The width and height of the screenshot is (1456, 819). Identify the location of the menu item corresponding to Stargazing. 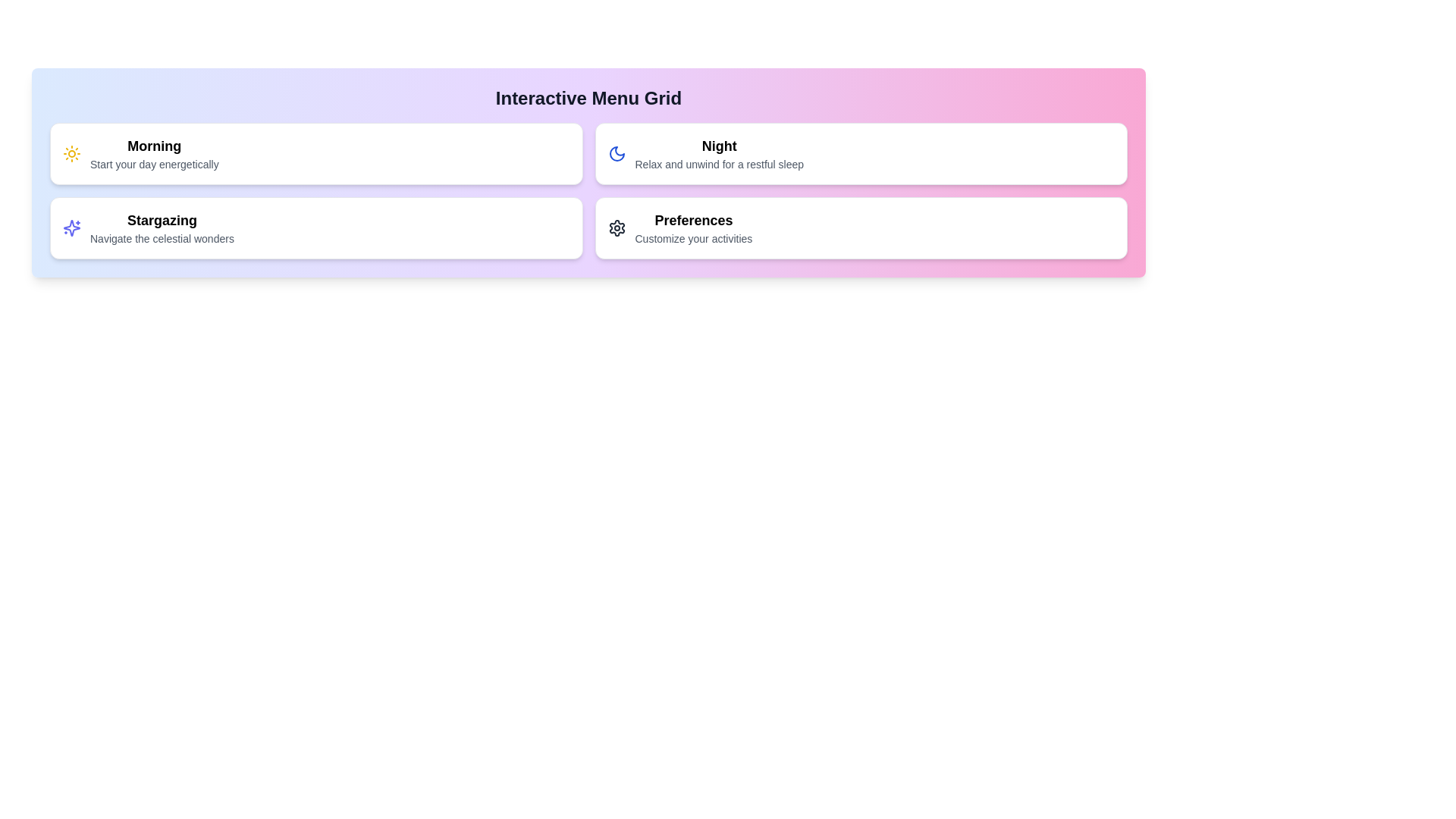
(315, 227).